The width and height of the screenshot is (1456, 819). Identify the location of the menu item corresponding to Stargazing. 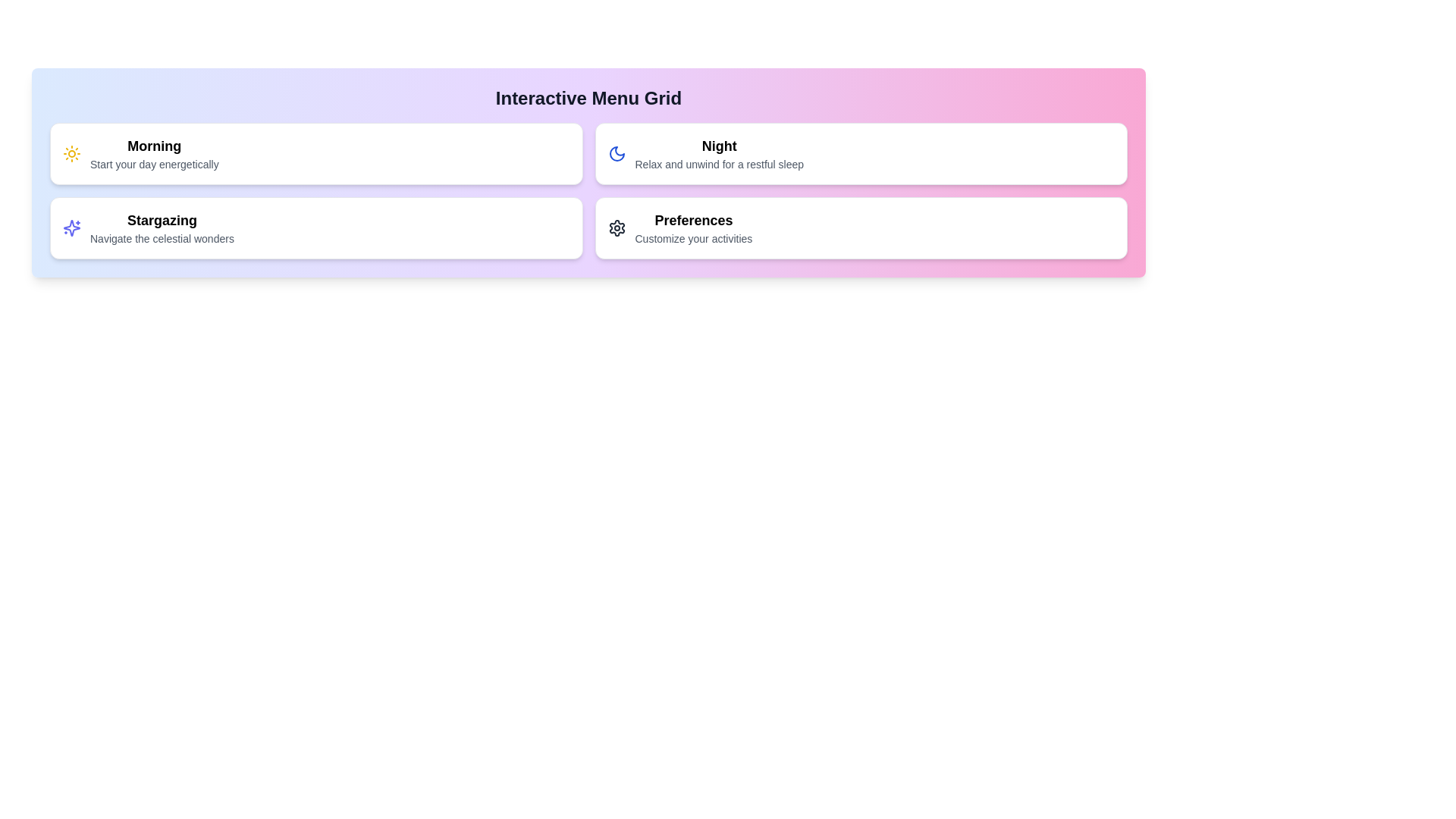
(315, 227).